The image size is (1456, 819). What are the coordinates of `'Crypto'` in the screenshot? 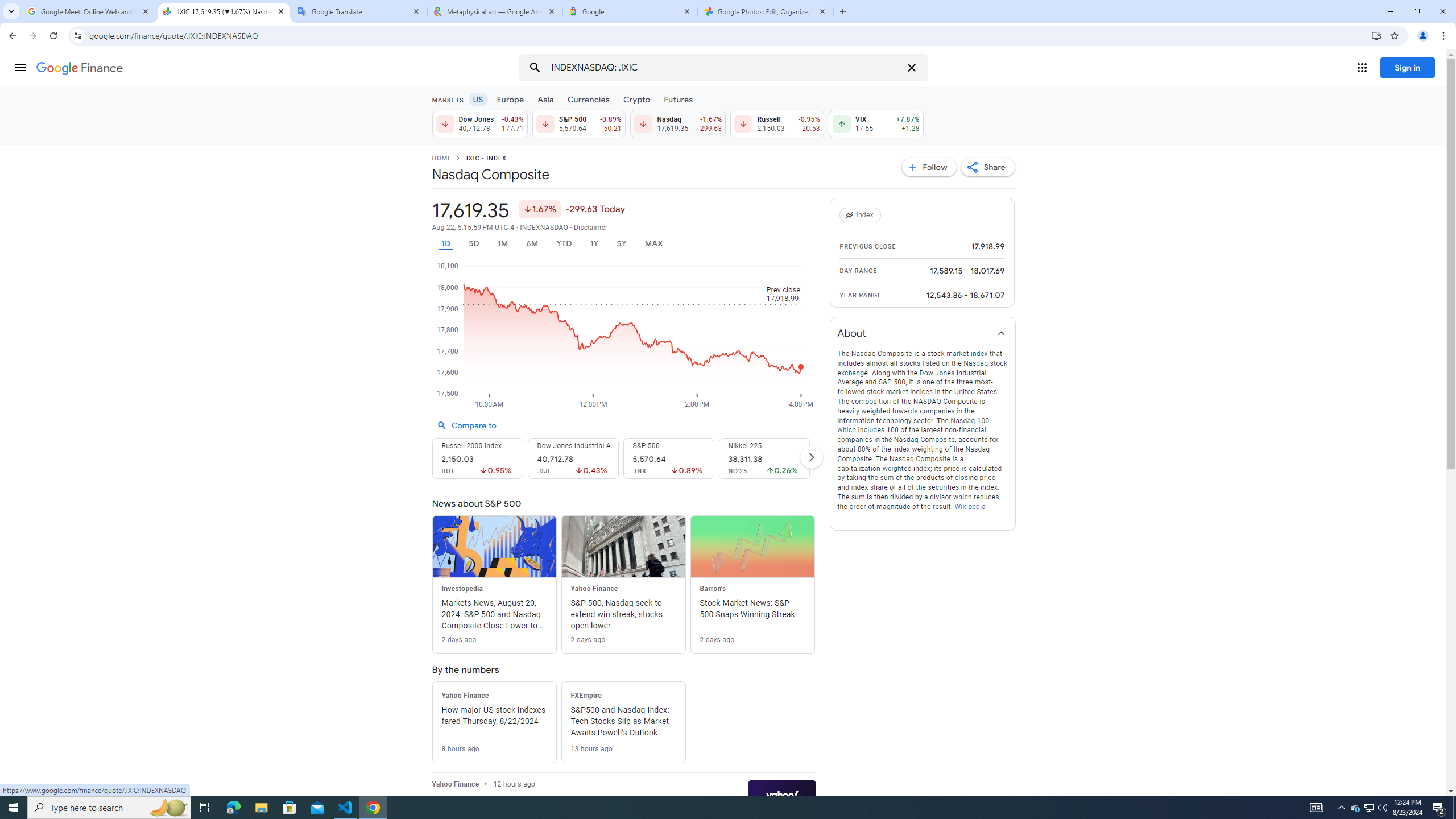 It's located at (637, 98).